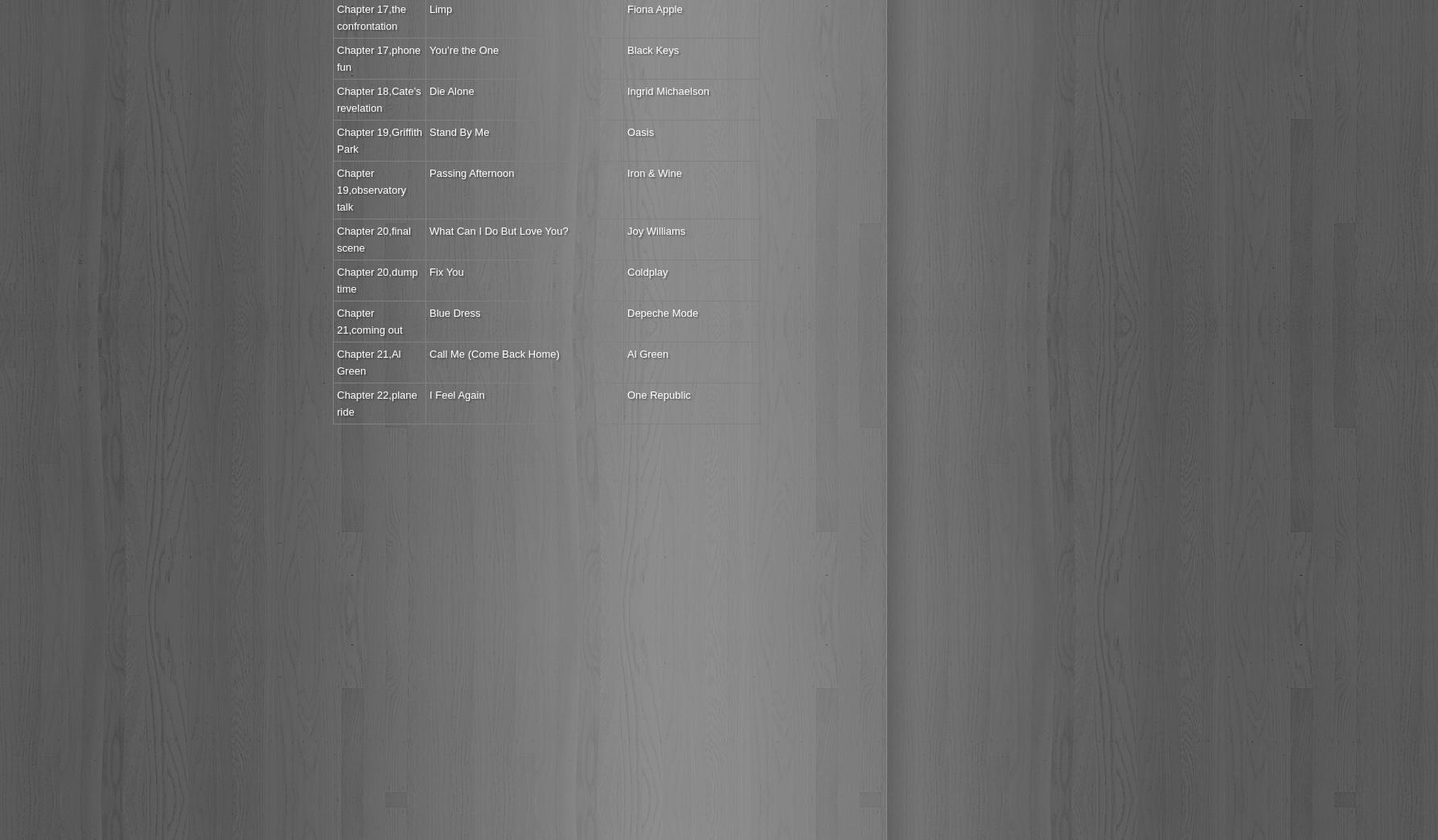 The image size is (1438, 840). I want to click on 'Chapter 20,dump time', so click(376, 280).